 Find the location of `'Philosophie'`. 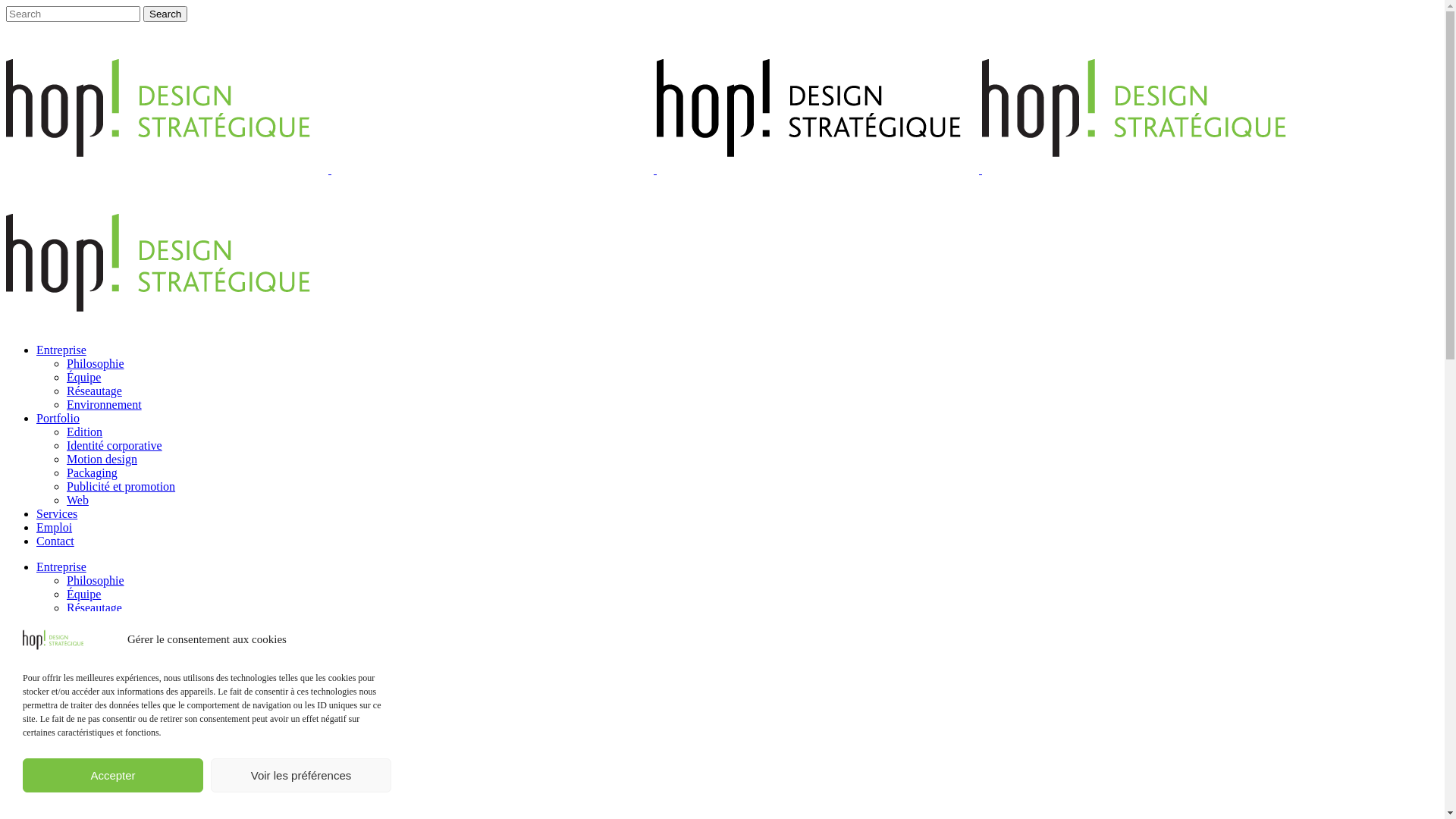

'Philosophie' is located at coordinates (65, 363).